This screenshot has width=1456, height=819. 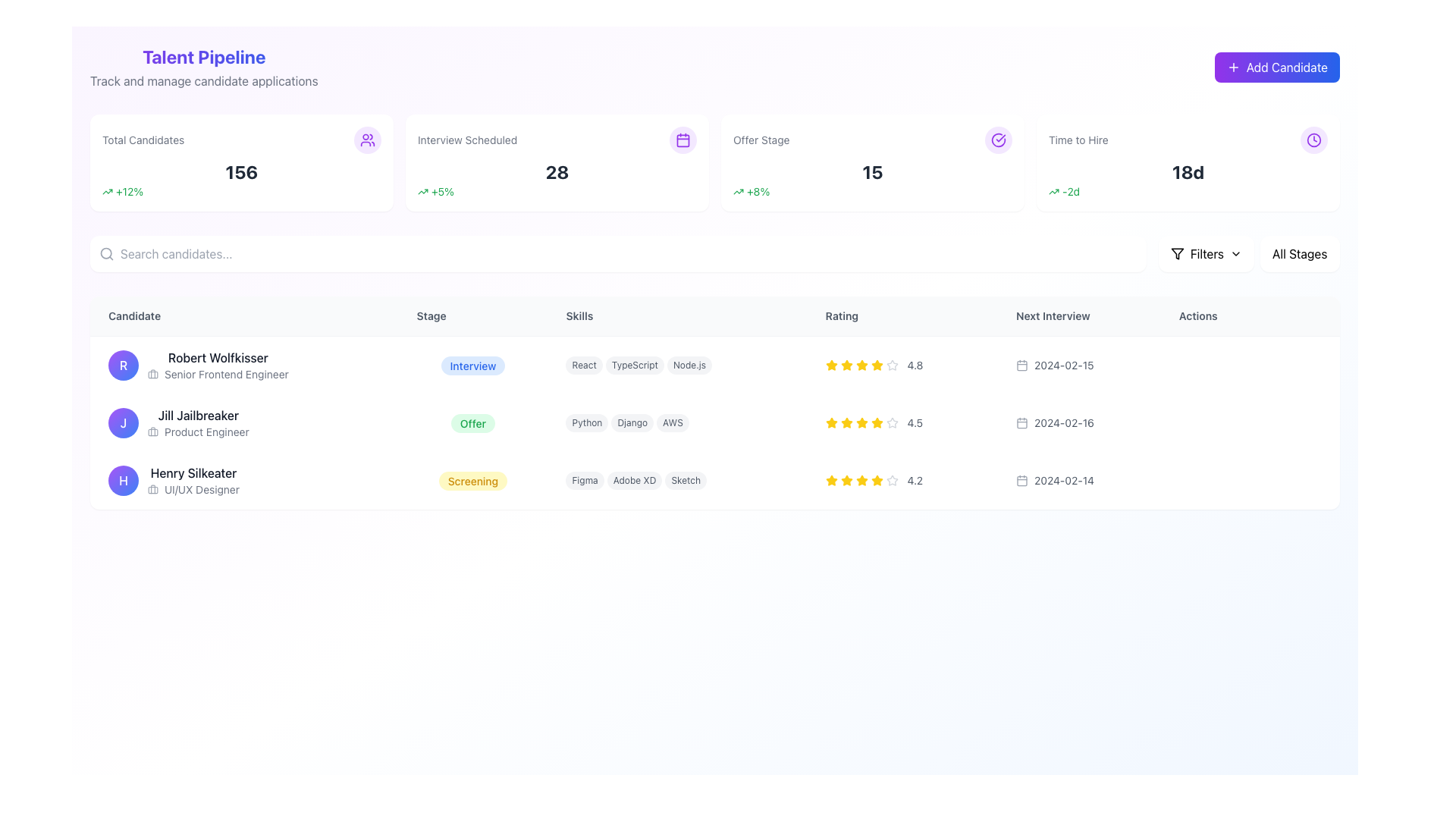 What do you see at coordinates (632, 423) in the screenshot?
I see `the 'Django' badge, which is the middle badge in the horizontal sequence of three badges under the 'Skills' column labeled 'Jill Jailbreaker'` at bounding box center [632, 423].